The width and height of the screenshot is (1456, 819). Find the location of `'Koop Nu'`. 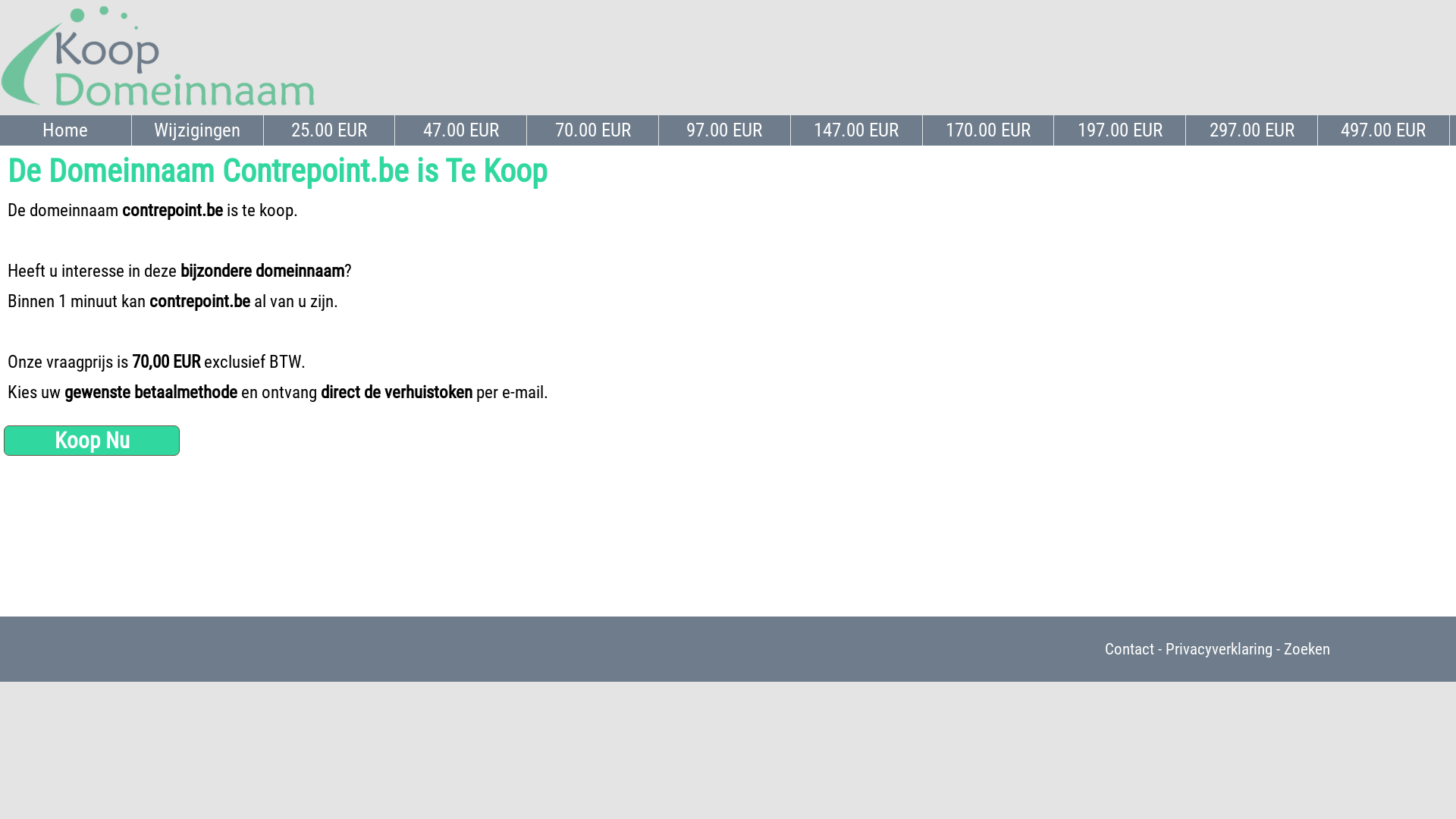

'Koop Nu' is located at coordinates (90, 441).